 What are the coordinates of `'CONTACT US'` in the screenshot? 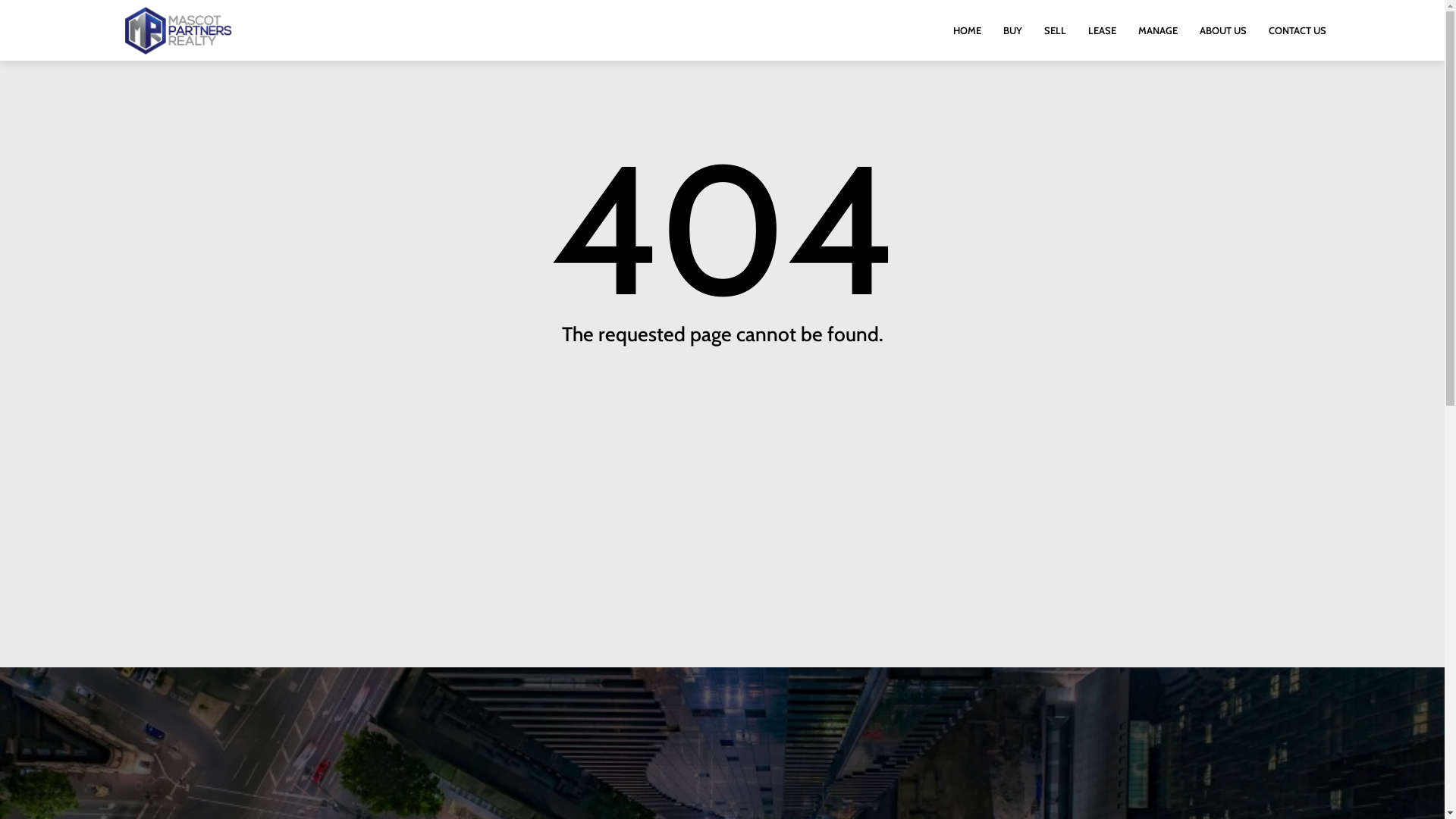 It's located at (1296, 30).